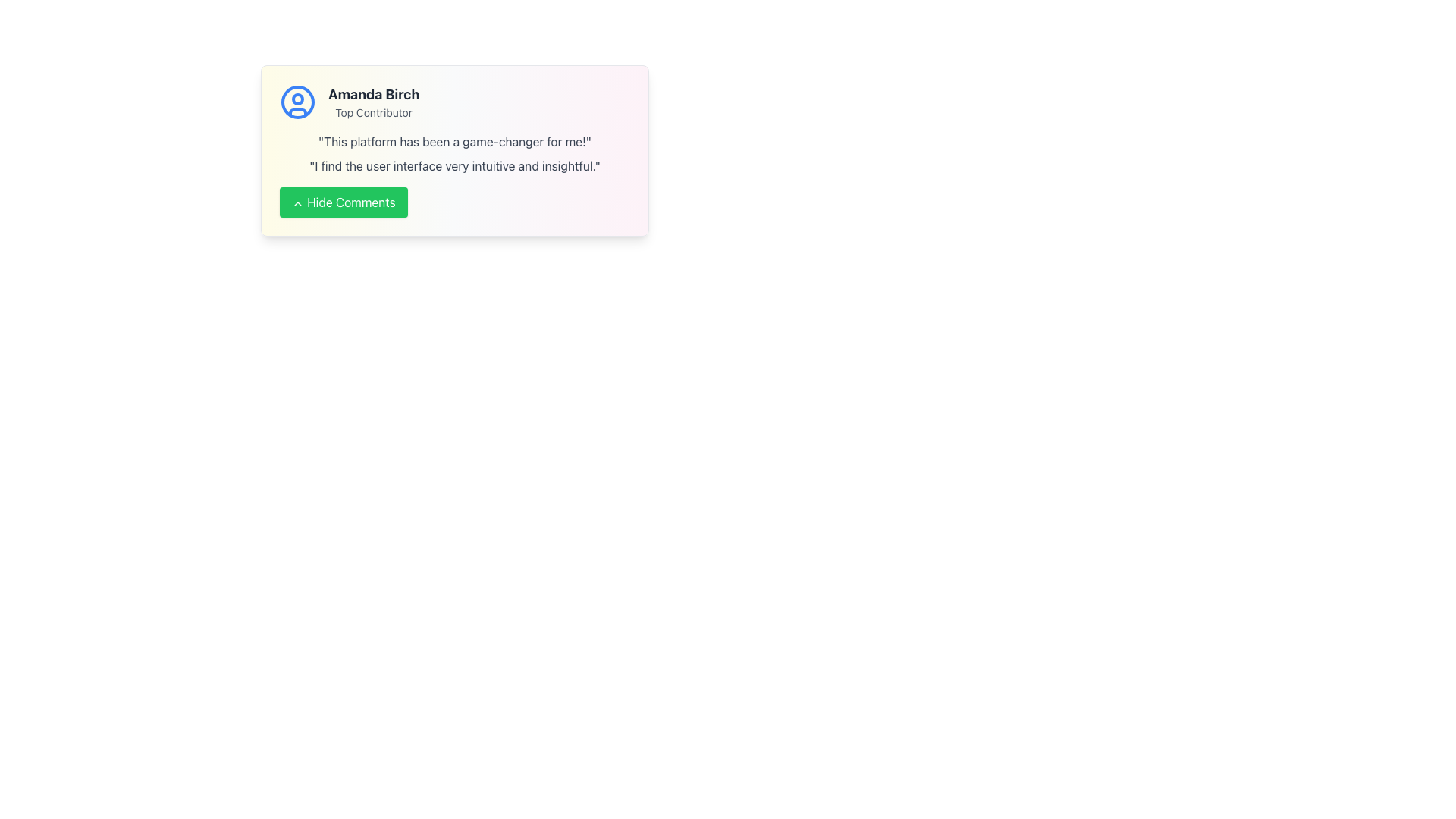 The width and height of the screenshot is (1456, 819). Describe the element at coordinates (454, 166) in the screenshot. I see `user's feedback text located below the comment 'This platform has been a game-changer for me!', which is the second text element in the user feedback box` at that location.